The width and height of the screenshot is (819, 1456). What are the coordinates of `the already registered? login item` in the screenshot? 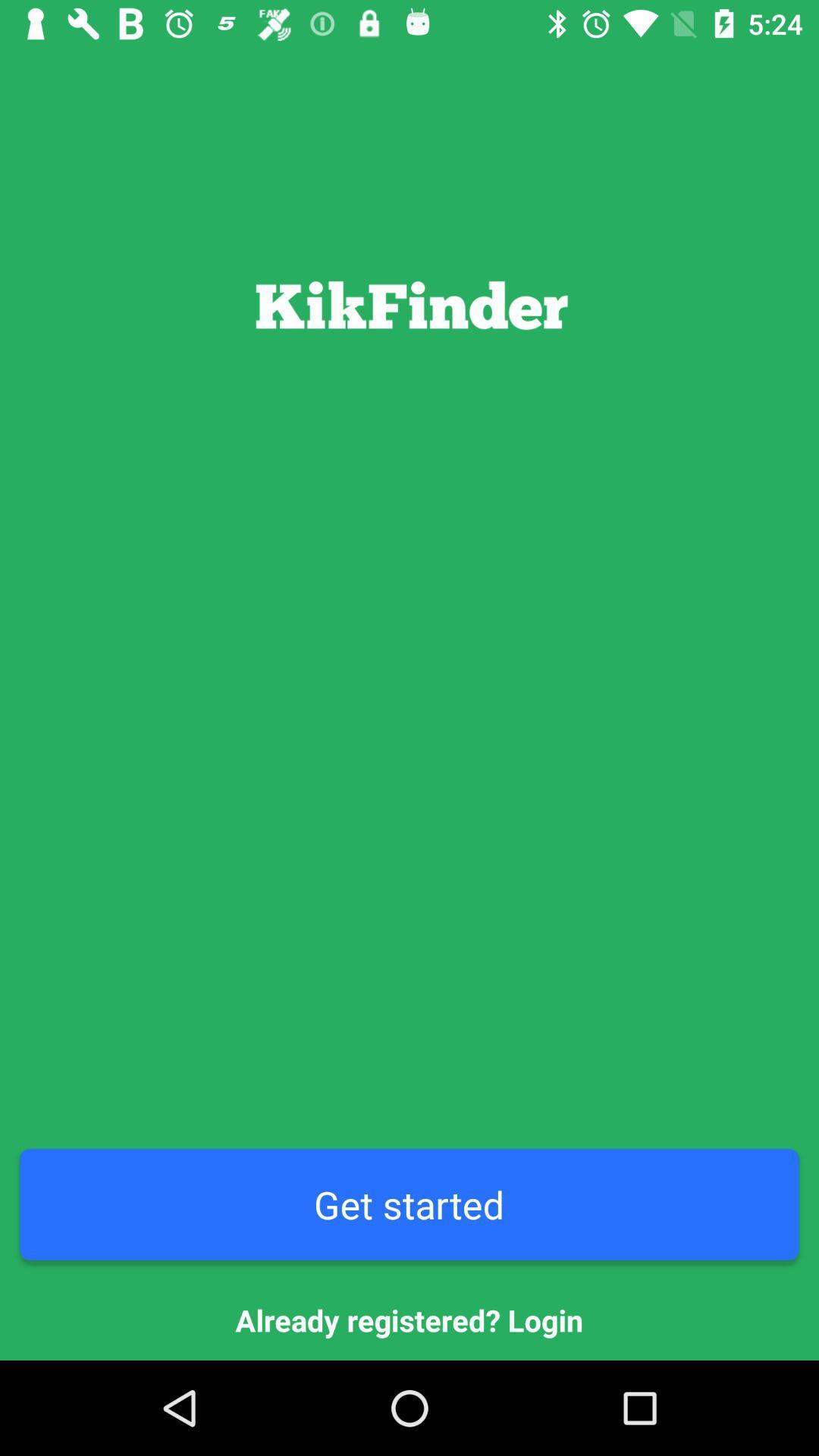 It's located at (409, 1319).